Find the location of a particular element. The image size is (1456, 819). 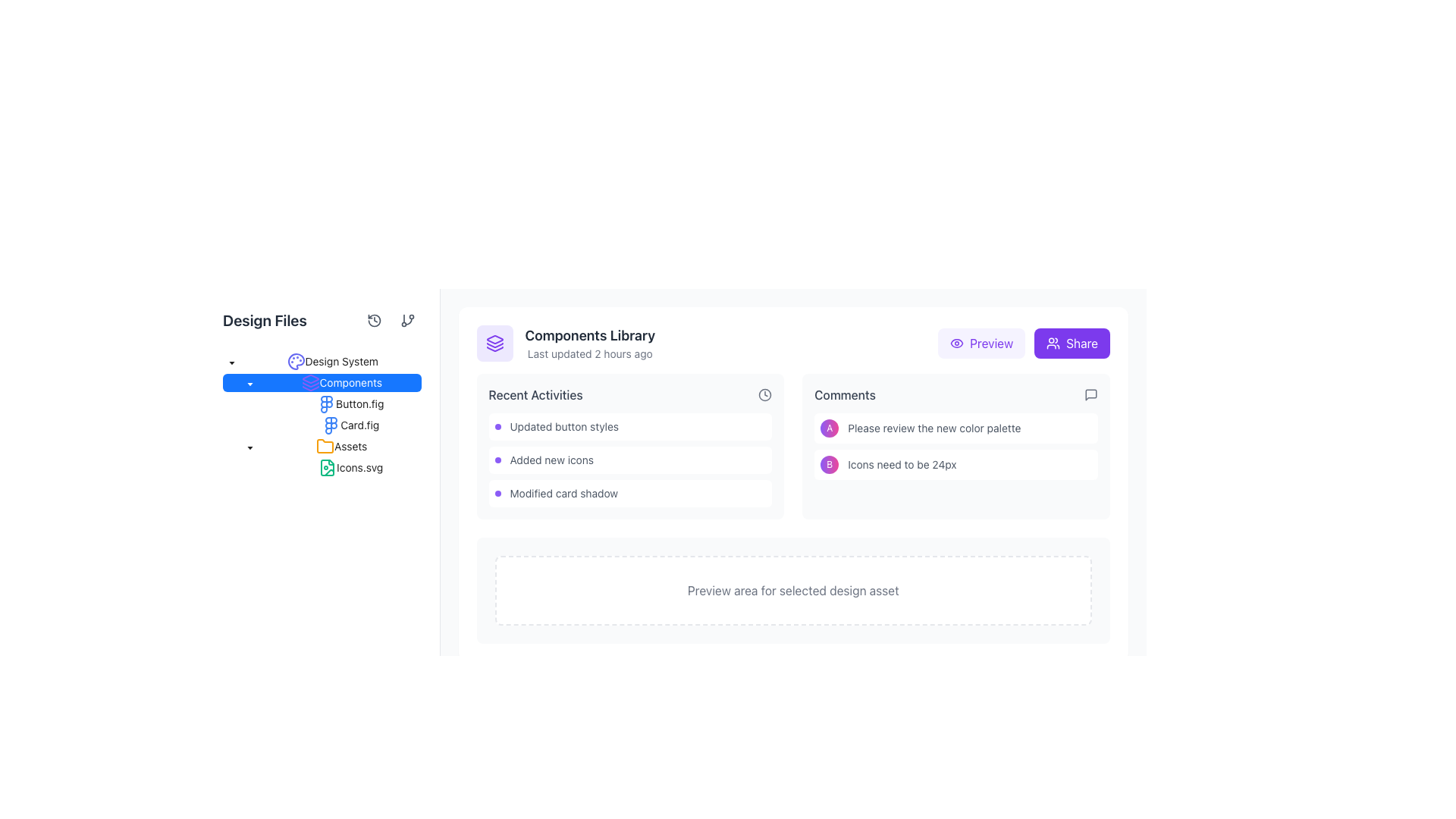

the purple palette icon located is located at coordinates (296, 362).